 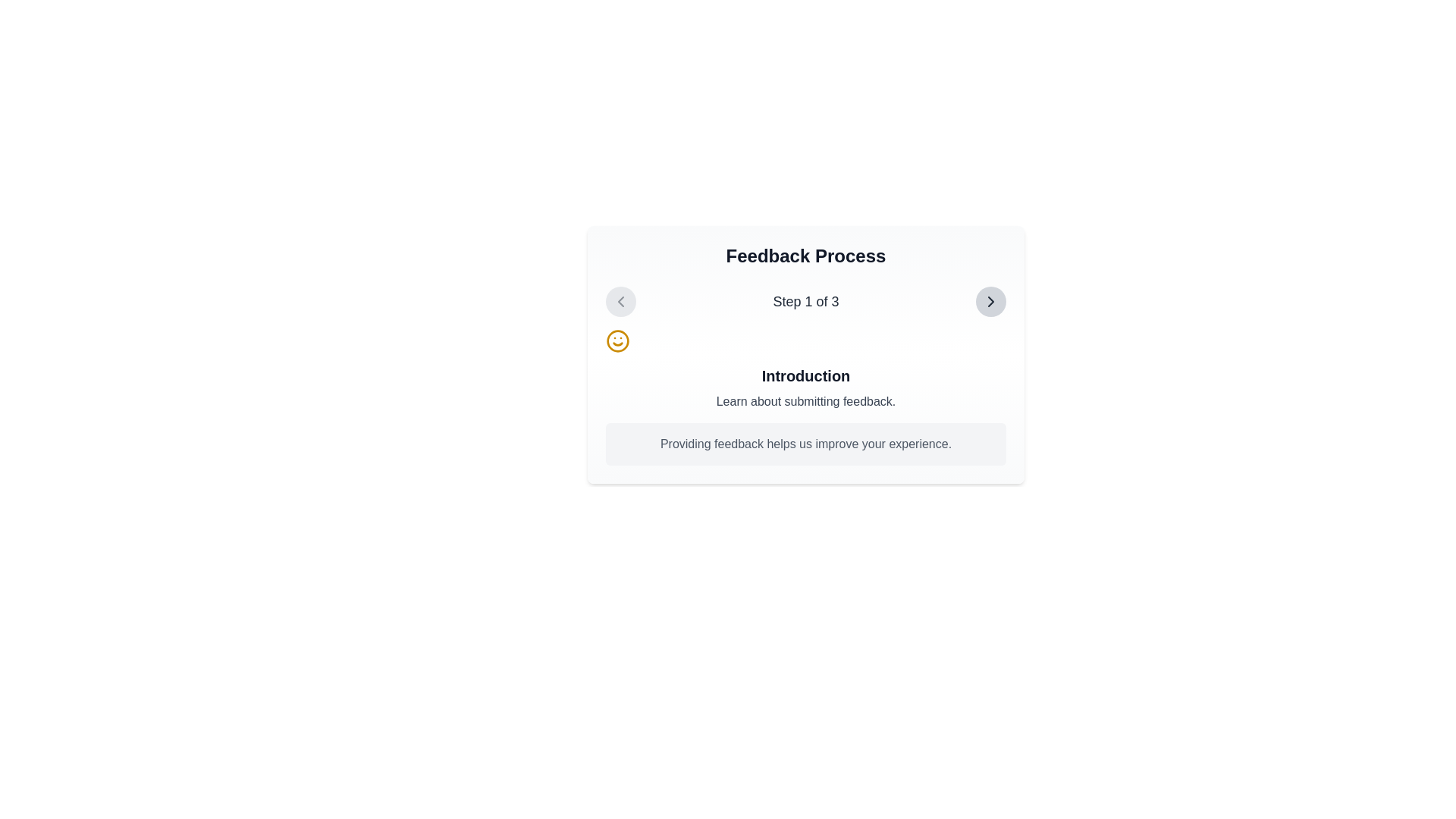 I want to click on the forward navigation button located at the right side of the card, next to 'Step 1 of 3', to proceed to the next step, so click(x=990, y=301).